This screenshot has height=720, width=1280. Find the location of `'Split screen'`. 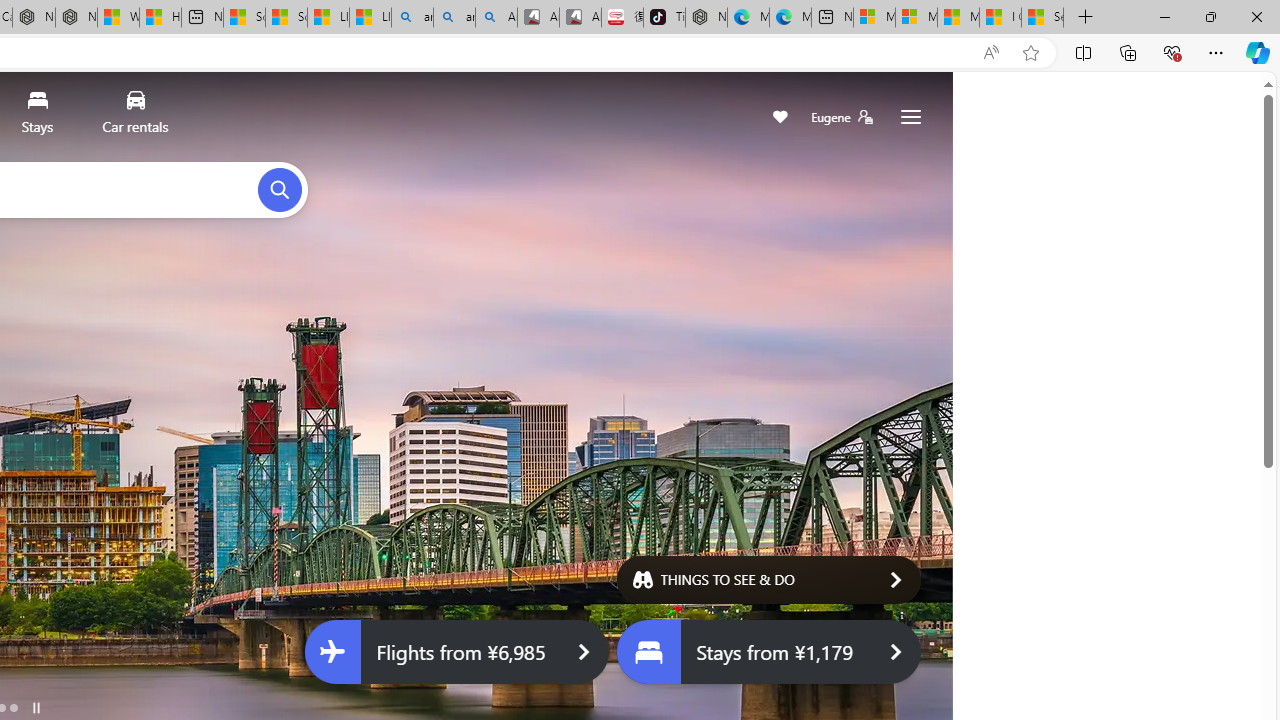

'Split screen' is located at coordinates (1082, 51).